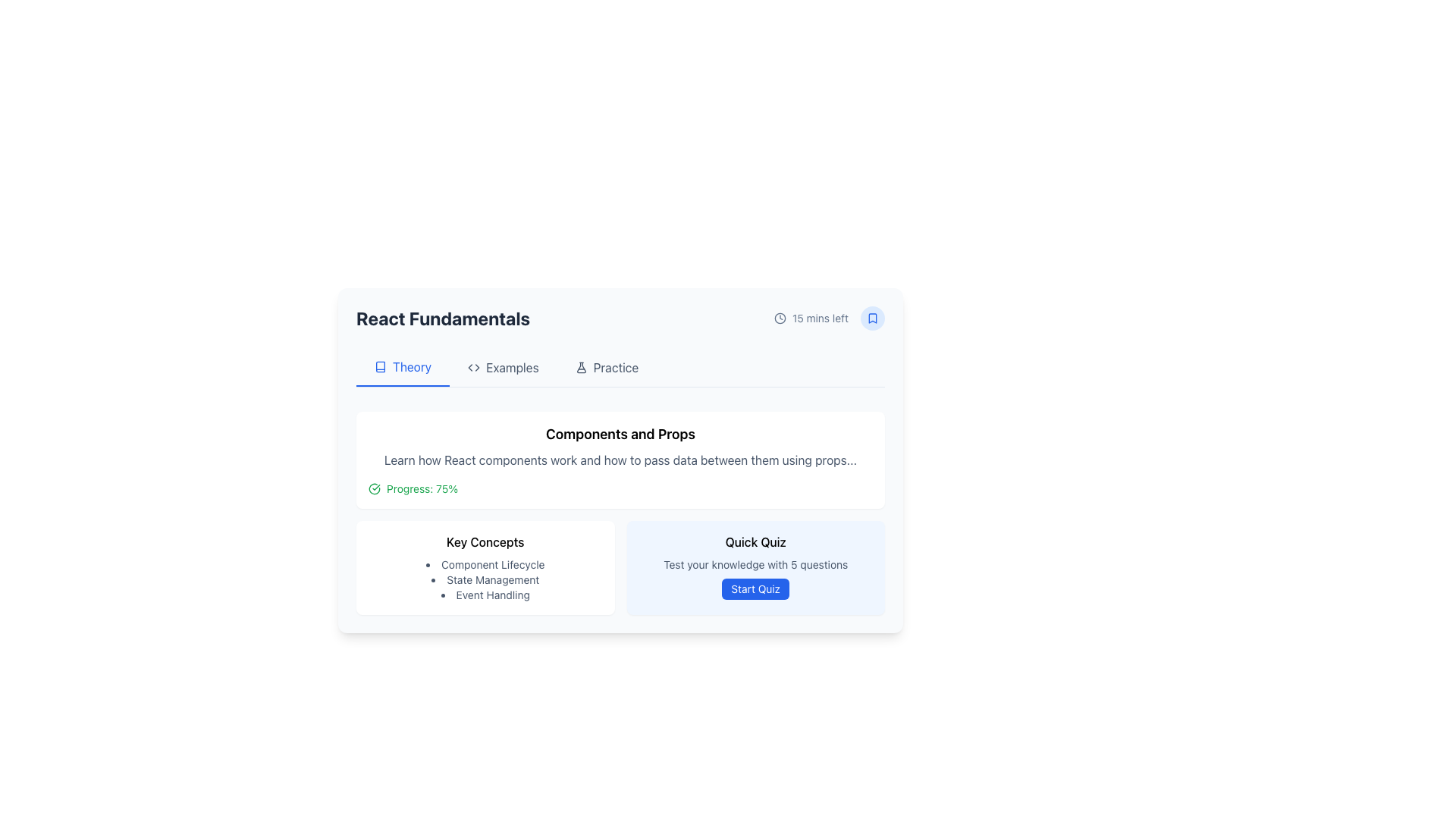 The height and width of the screenshot is (819, 1456). What do you see at coordinates (422, 488) in the screenshot?
I see `the text label displaying 'Progress: 75%' in green color, which is part of the progress information section` at bounding box center [422, 488].